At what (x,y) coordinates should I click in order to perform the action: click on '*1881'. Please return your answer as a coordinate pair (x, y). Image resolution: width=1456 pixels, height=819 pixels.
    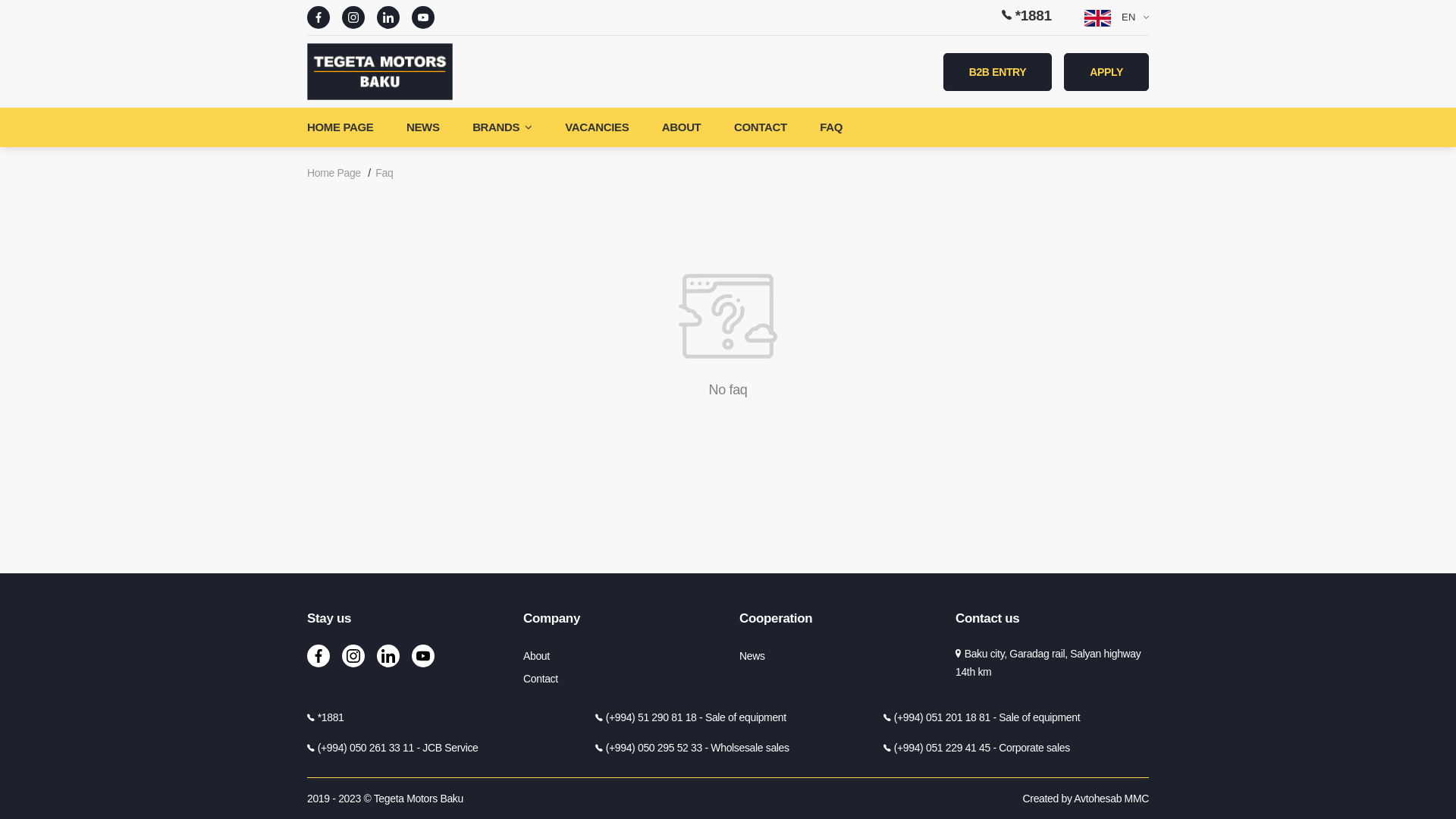
    Looking at the image, I should click on (1001, 15).